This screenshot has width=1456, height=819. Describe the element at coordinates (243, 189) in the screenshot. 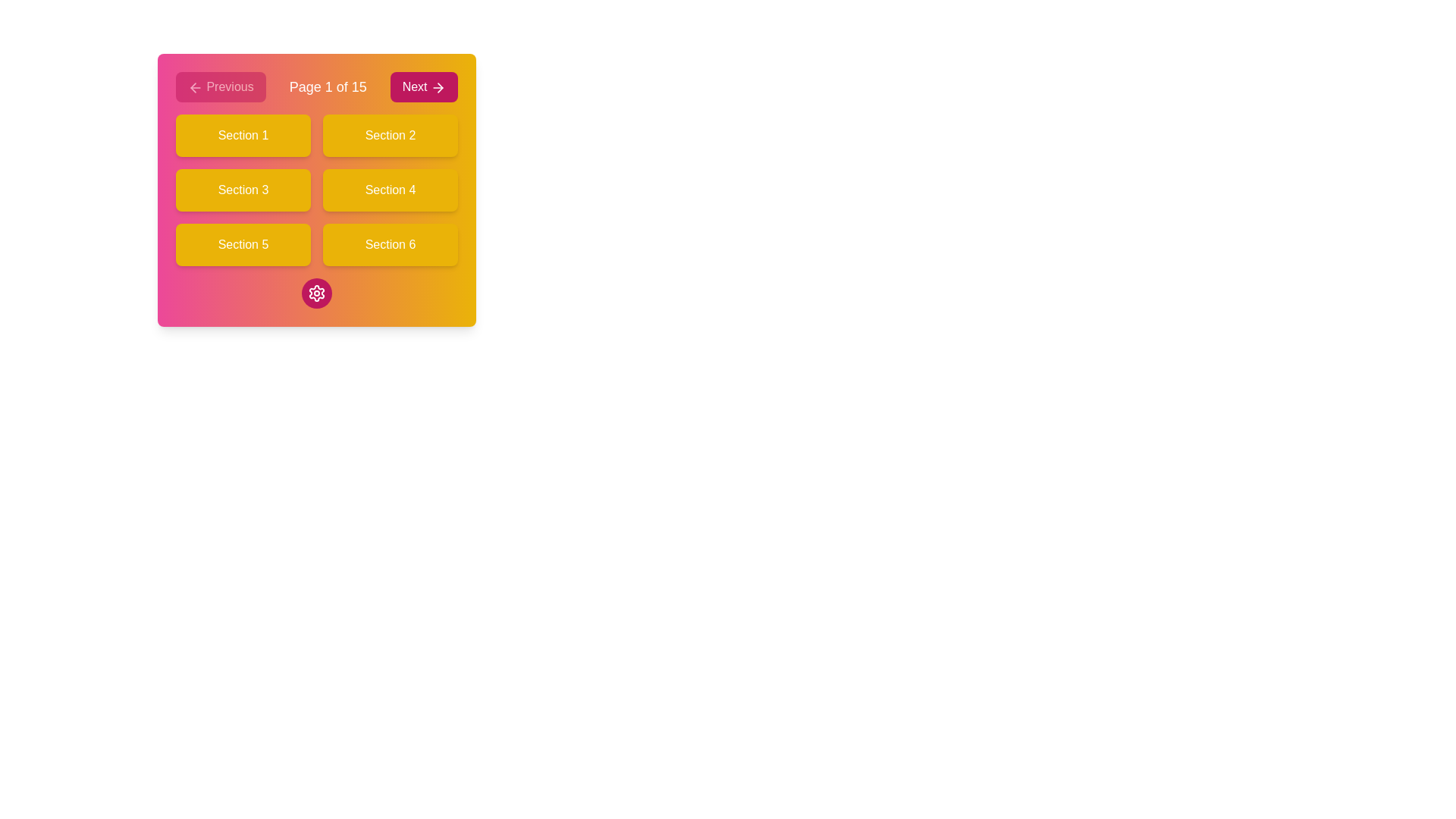

I see `the navigation button for 'Section 3'` at that location.